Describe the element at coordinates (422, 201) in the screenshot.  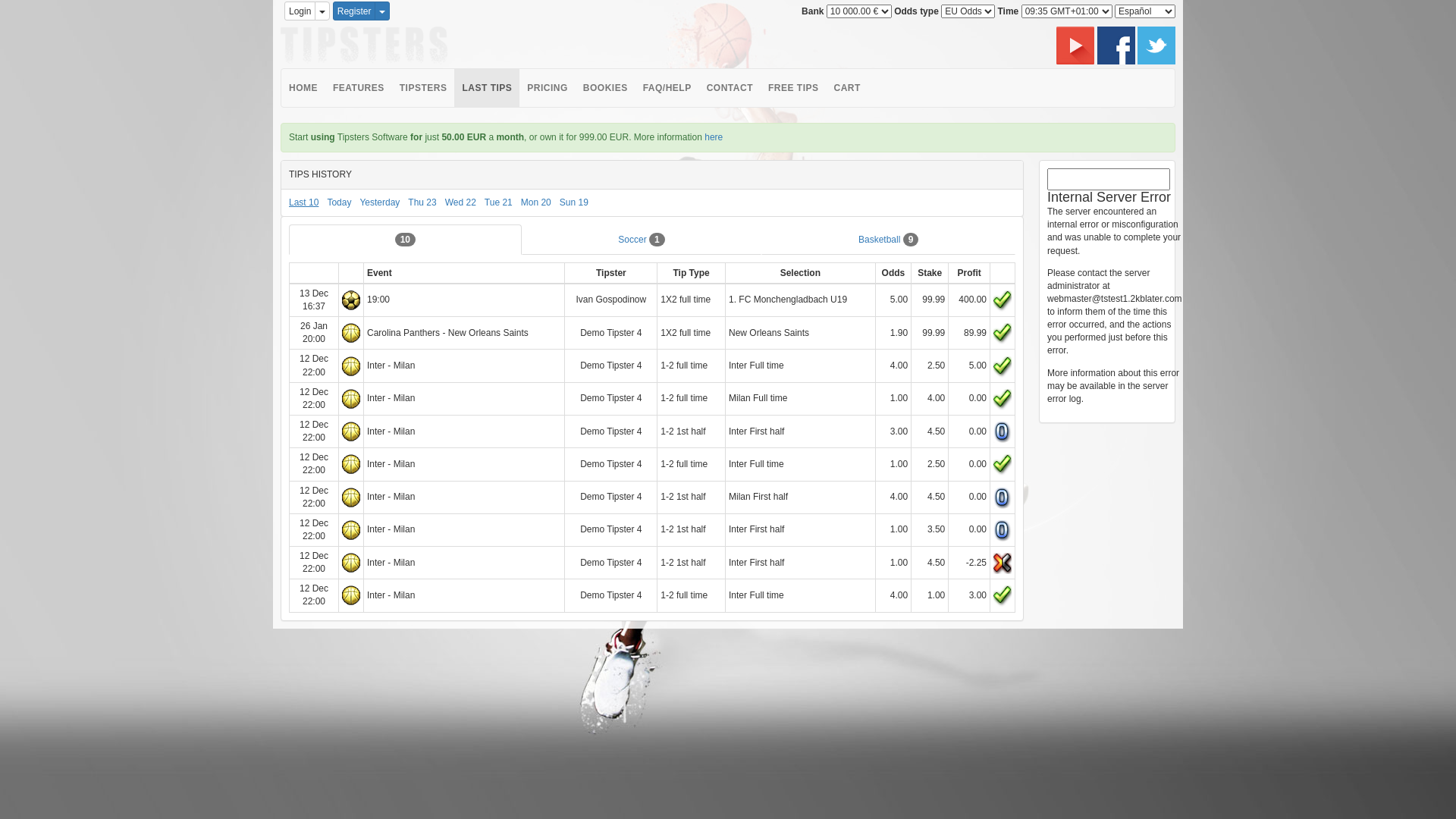
I see `'Thu 23'` at that location.